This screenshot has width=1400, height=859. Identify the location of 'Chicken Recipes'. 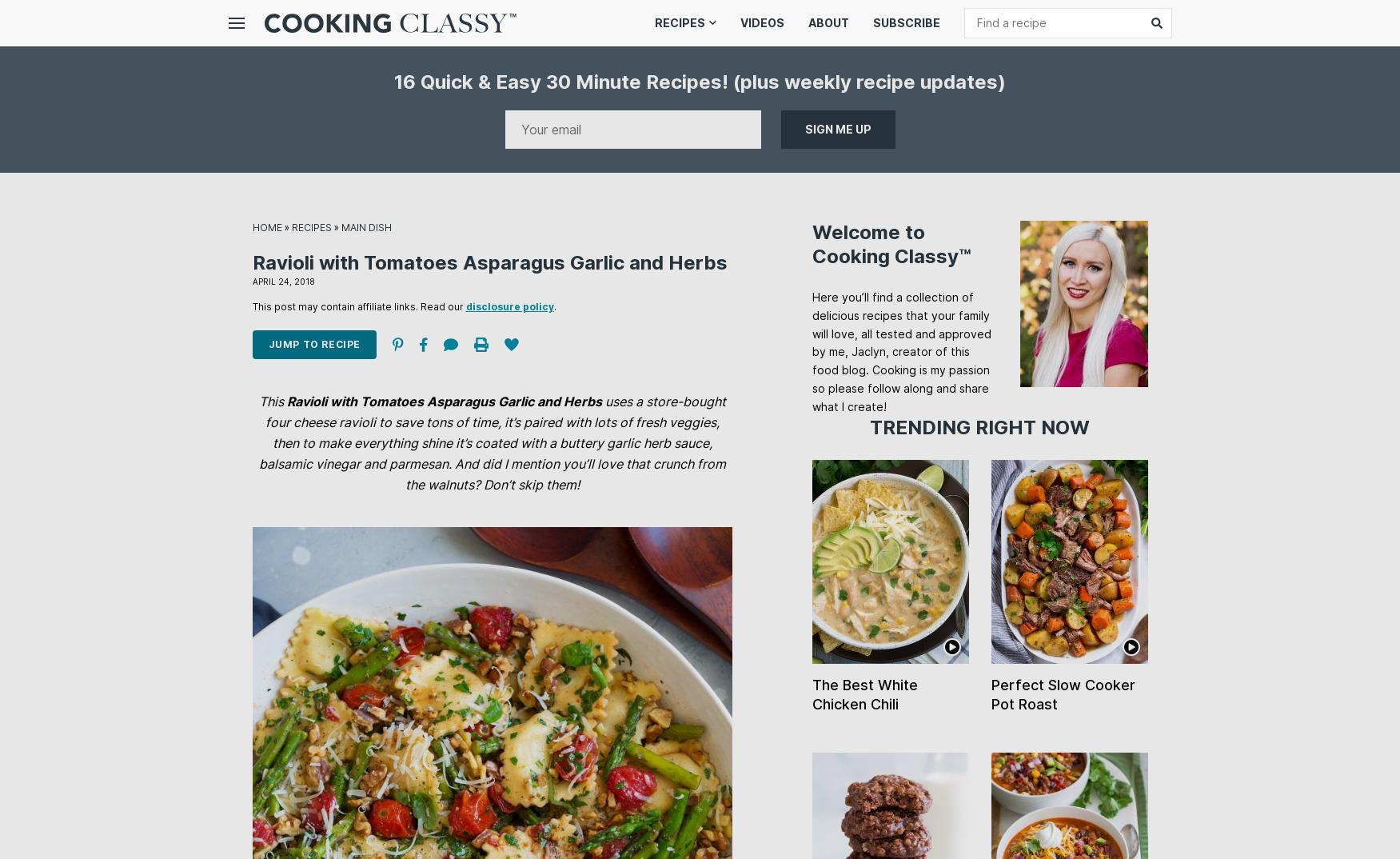
(706, 136).